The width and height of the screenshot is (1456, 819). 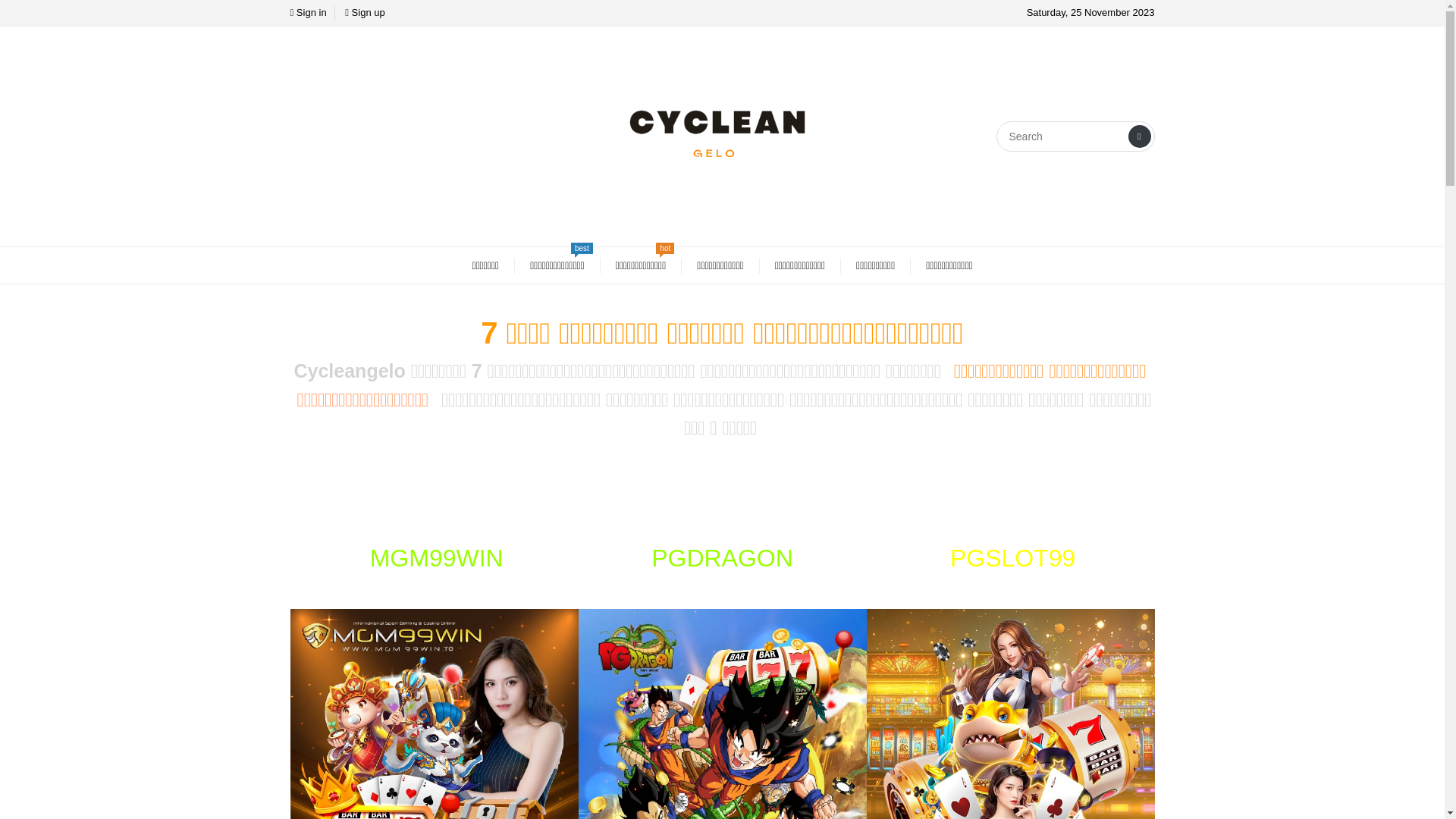 What do you see at coordinates (364, 12) in the screenshot?
I see `'Sign up'` at bounding box center [364, 12].